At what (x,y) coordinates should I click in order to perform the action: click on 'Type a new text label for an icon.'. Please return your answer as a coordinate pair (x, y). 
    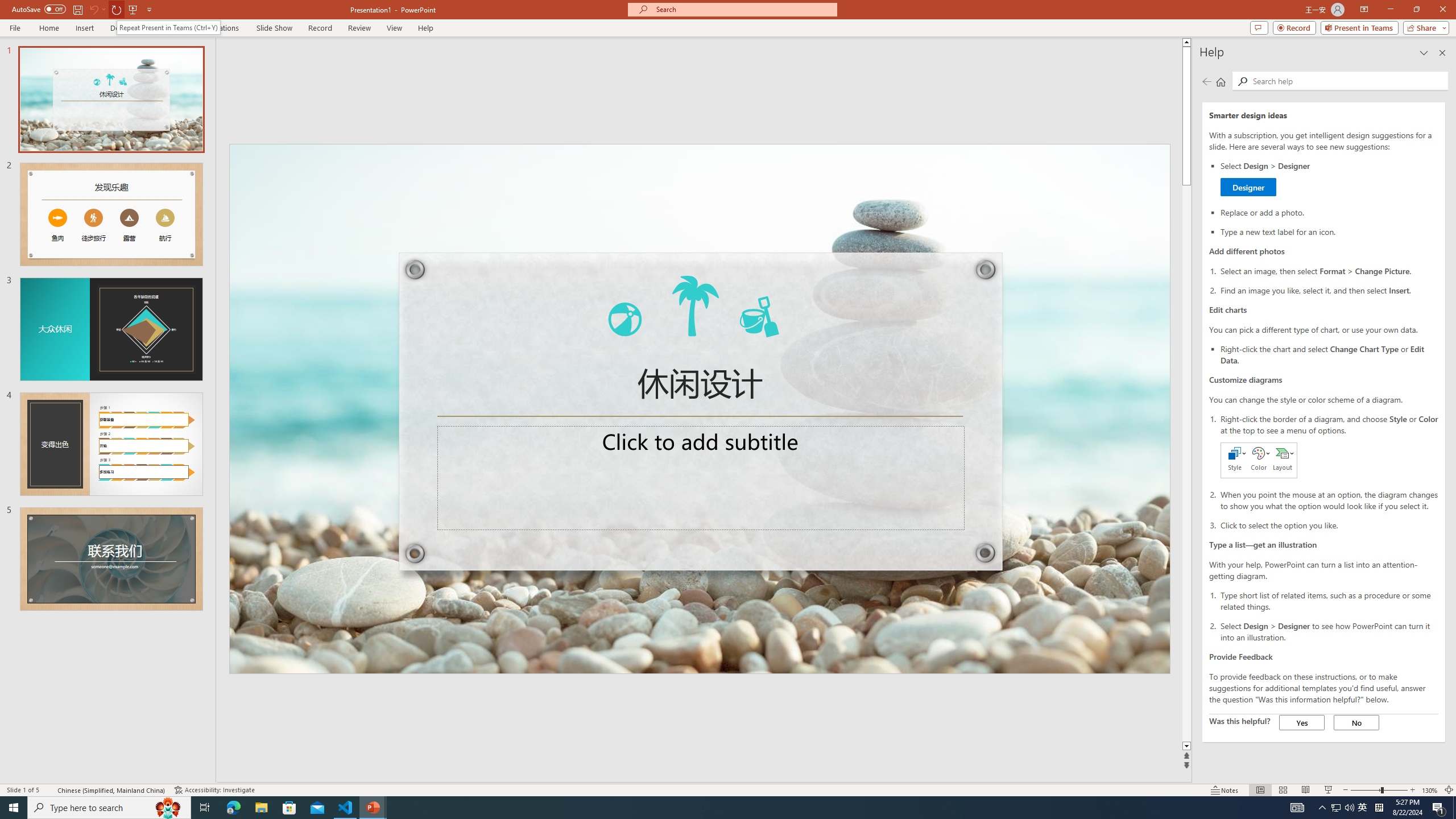
    Looking at the image, I should click on (1329, 231).